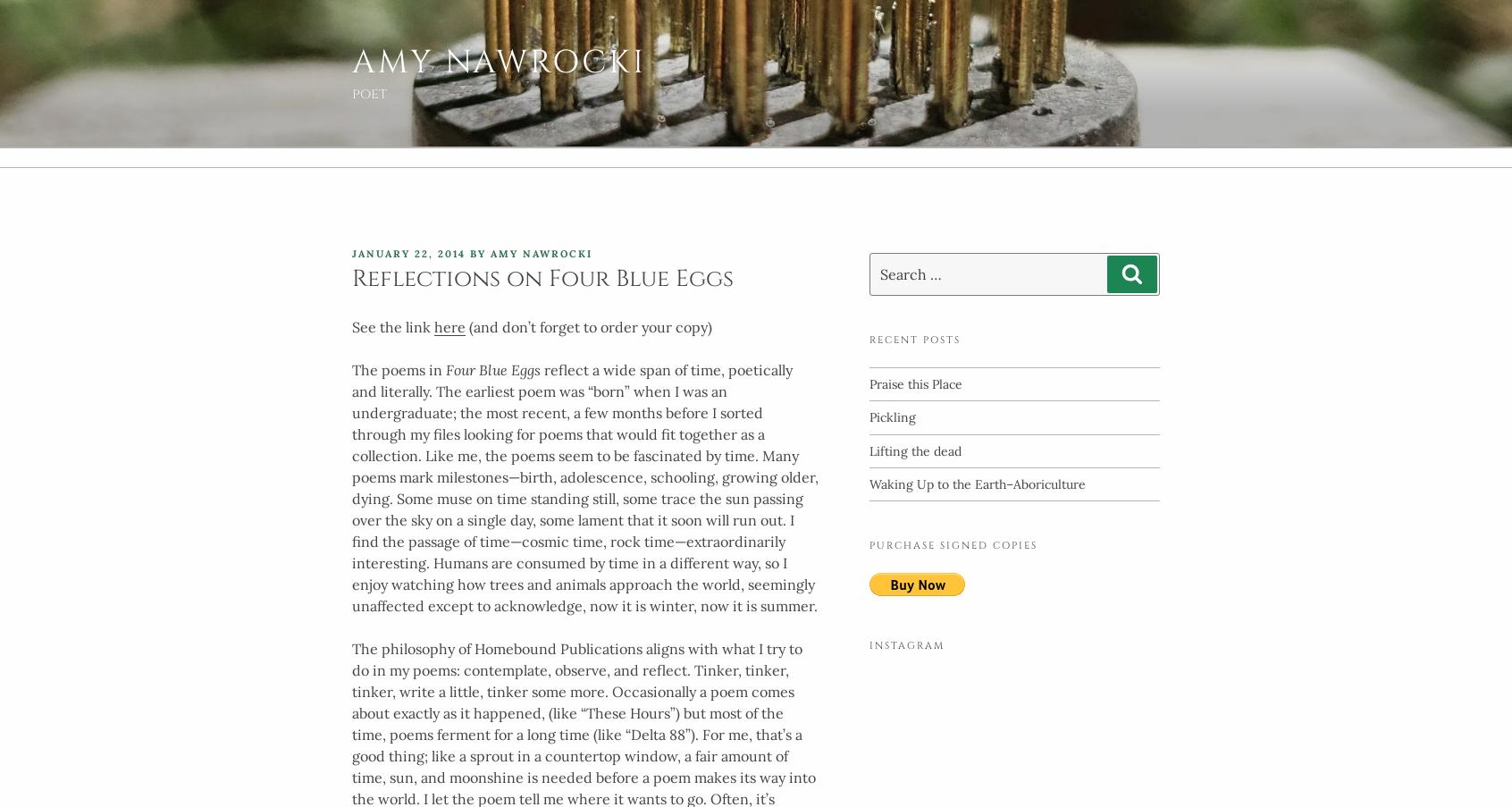 The height and width of the screenshot is (807, 1512). Describe the element at coordinates (478, 252) in the screenshot. I see `'by'` at that location.